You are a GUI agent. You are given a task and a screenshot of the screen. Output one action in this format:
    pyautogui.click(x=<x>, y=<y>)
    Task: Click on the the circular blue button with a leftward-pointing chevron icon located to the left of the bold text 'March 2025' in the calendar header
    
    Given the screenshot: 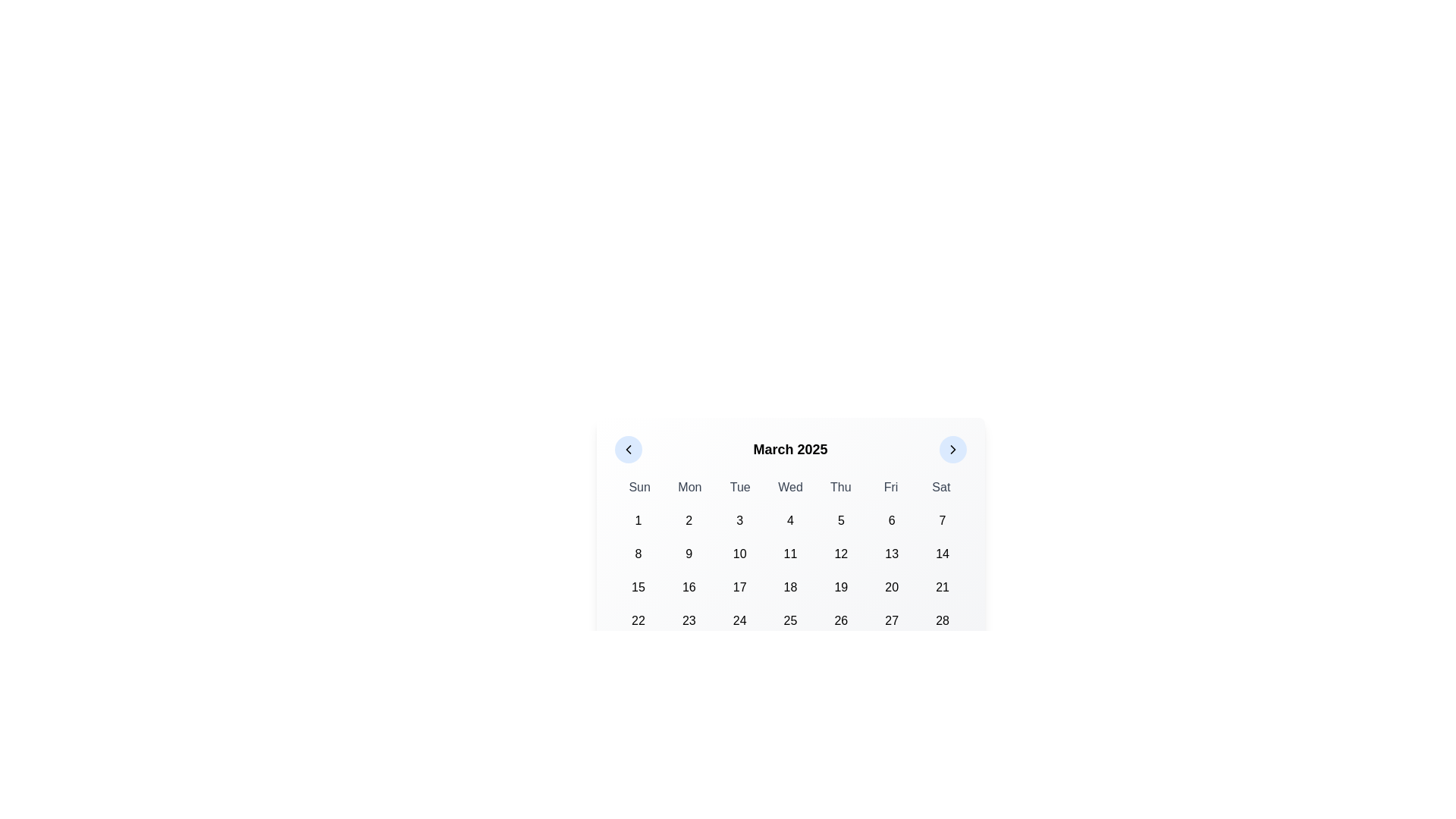 What is the action you would take?
    pyautogui.click(x=628, y=449)
    